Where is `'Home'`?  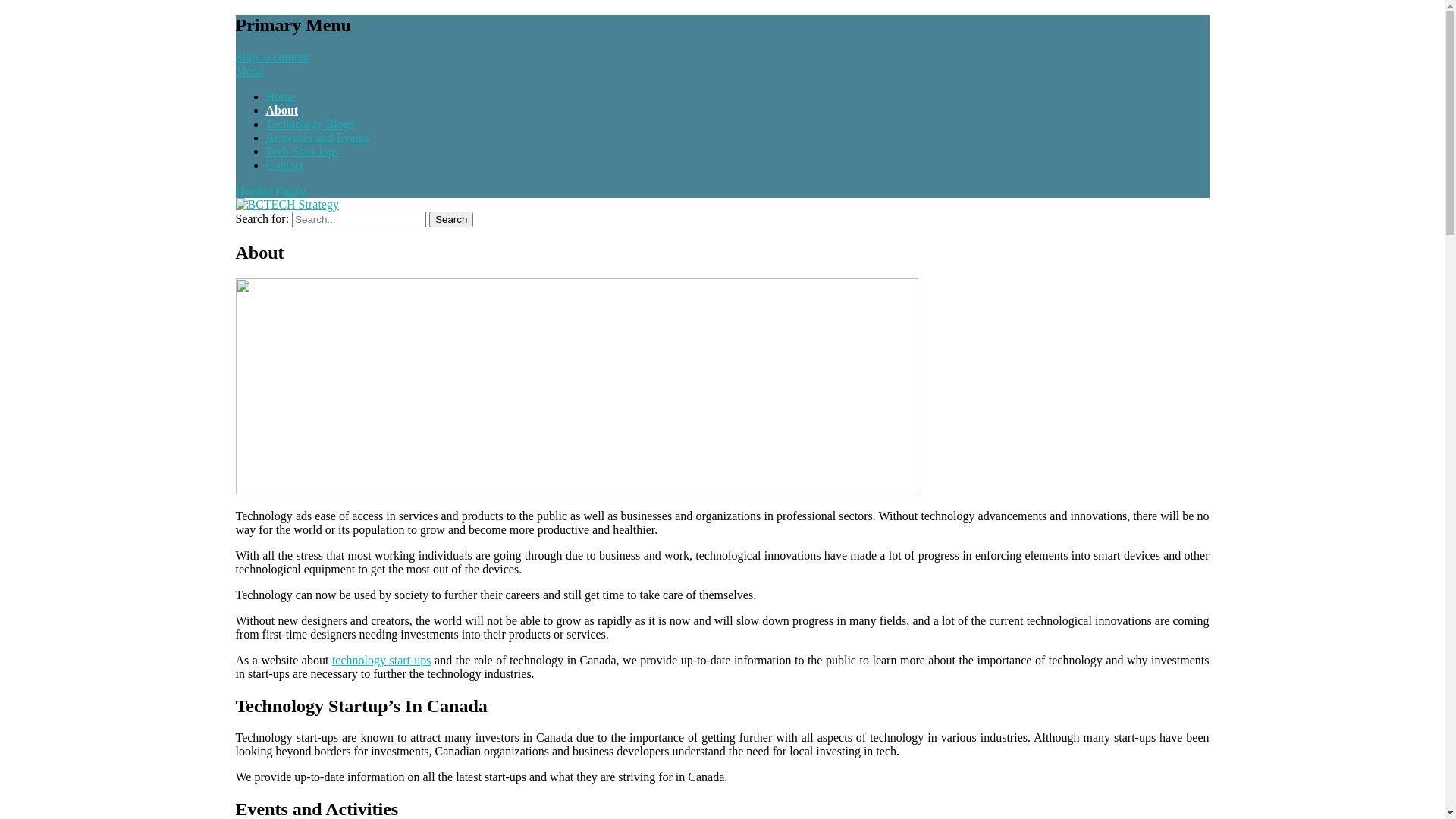
'Home' is located at coordinates (280, 96).